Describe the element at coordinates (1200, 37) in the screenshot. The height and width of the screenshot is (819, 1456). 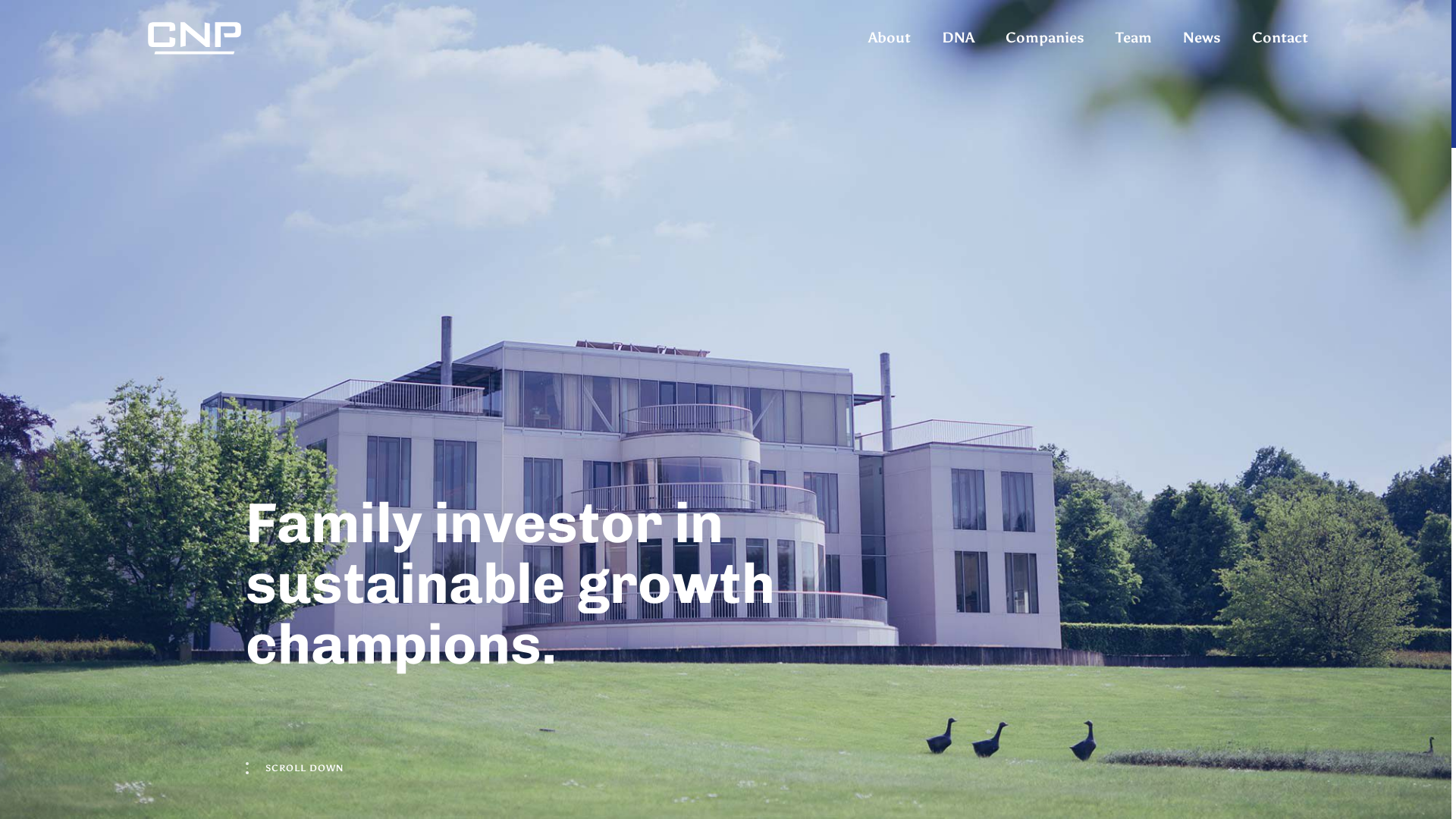
I see `'News'` at that location.